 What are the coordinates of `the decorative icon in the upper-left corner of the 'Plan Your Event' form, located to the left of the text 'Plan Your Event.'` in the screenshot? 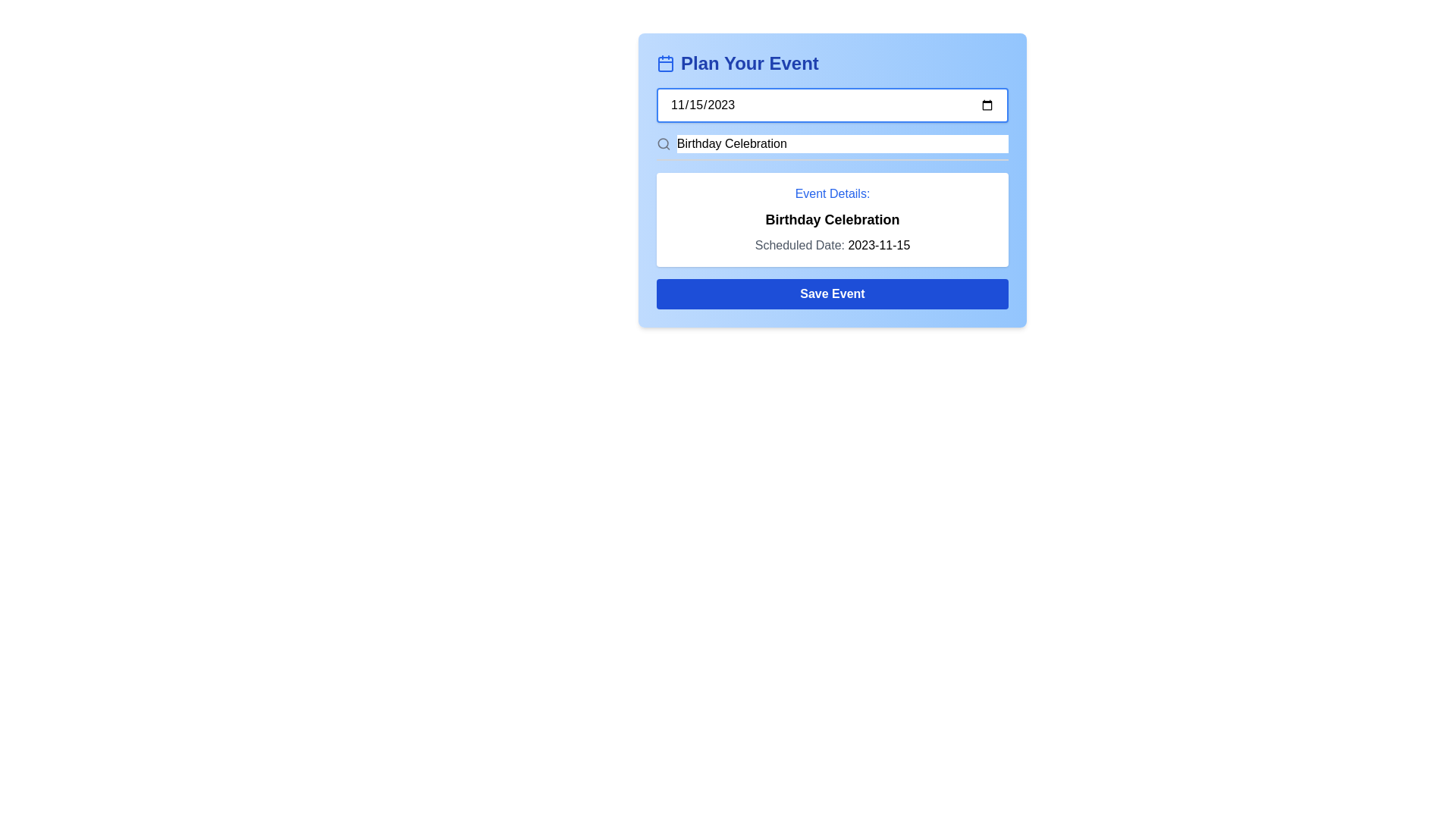 It's located at (666, 63).